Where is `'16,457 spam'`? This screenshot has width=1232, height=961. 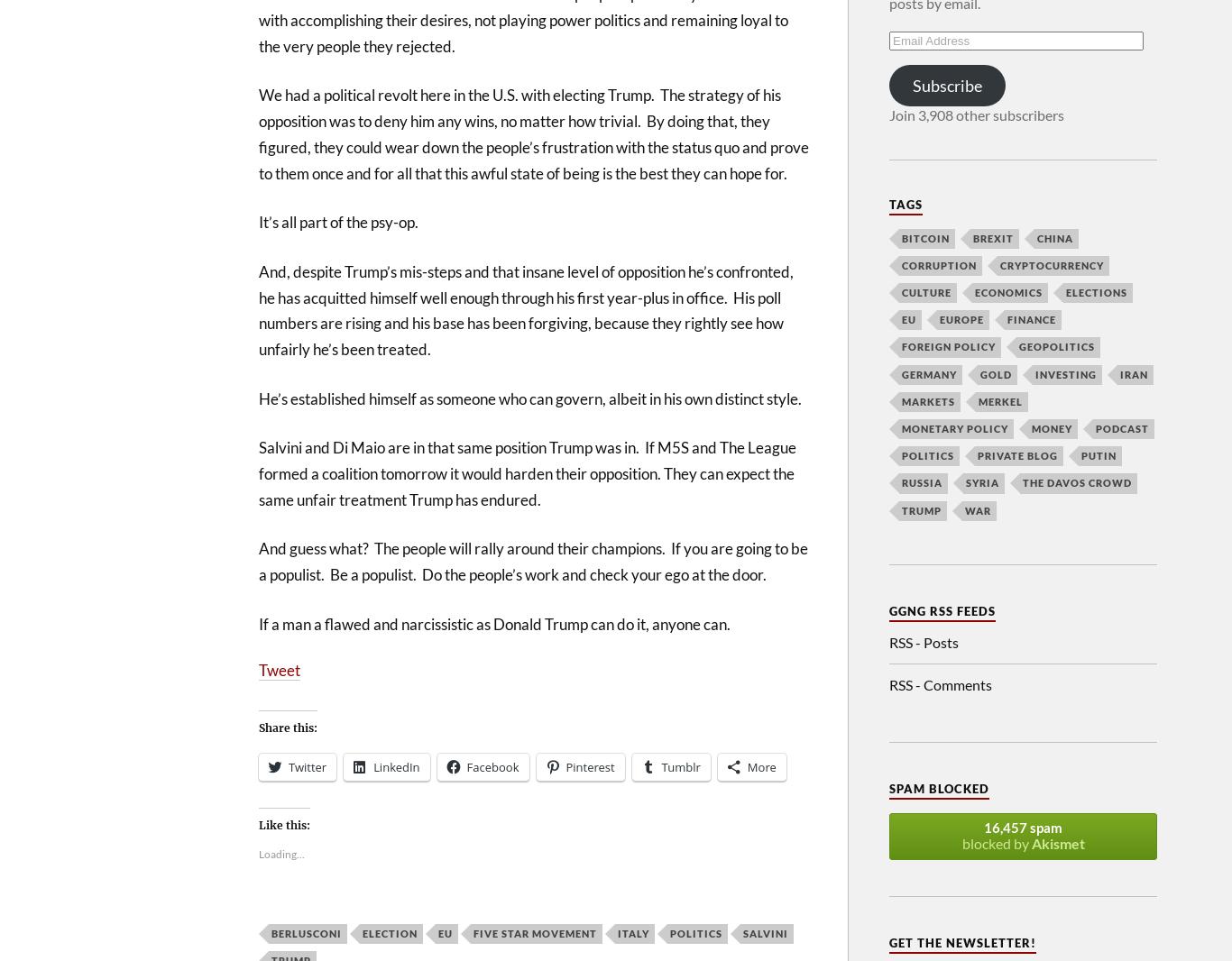
'16,457 spam' is located at coordinates (1022, 828).